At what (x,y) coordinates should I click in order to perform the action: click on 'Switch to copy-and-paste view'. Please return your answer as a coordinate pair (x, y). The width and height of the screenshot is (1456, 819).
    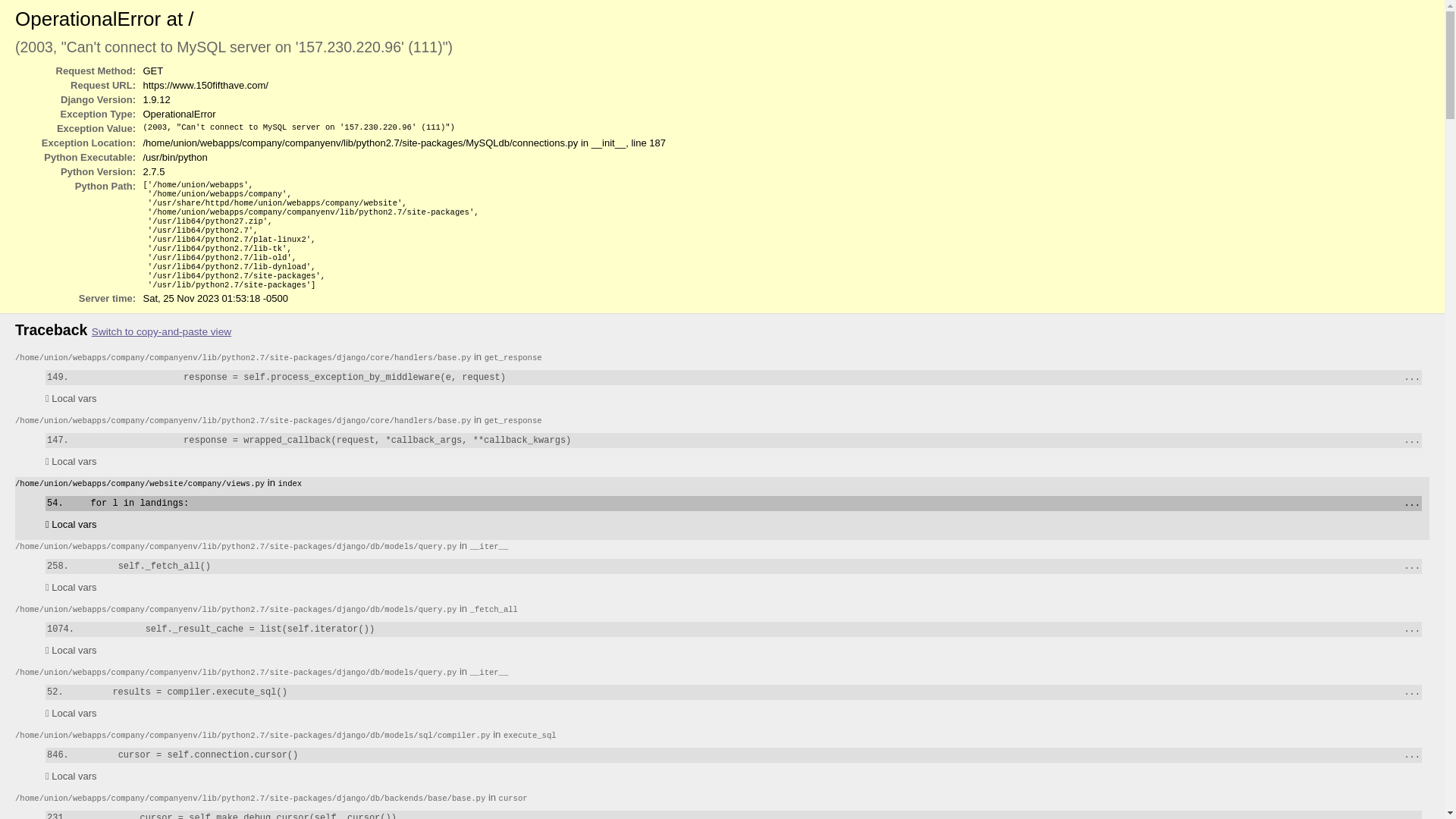
    Looking at the image, I should click on (161, 331).